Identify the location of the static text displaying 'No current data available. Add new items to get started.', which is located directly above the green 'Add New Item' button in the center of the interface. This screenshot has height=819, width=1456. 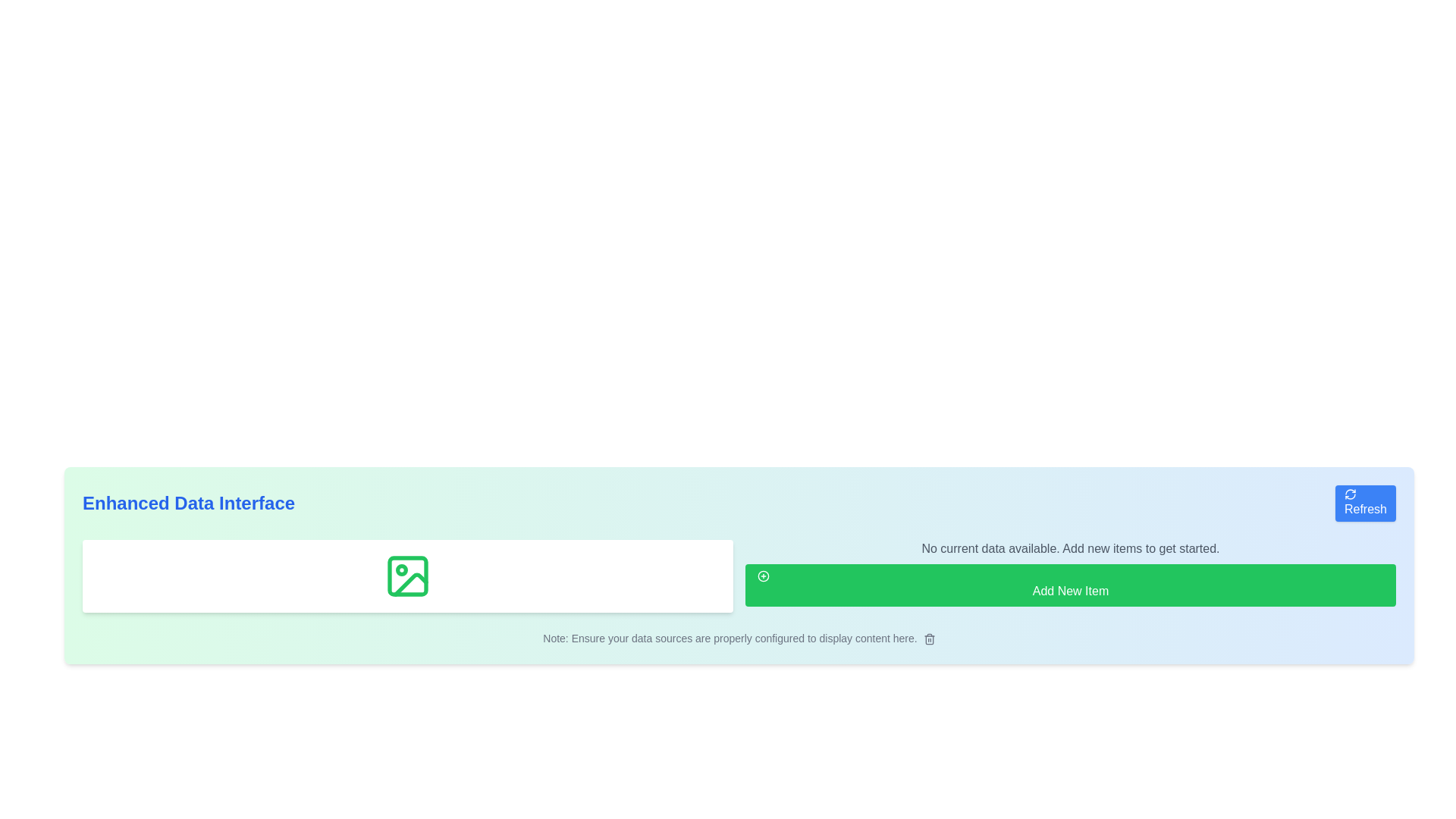
(1069, 549).